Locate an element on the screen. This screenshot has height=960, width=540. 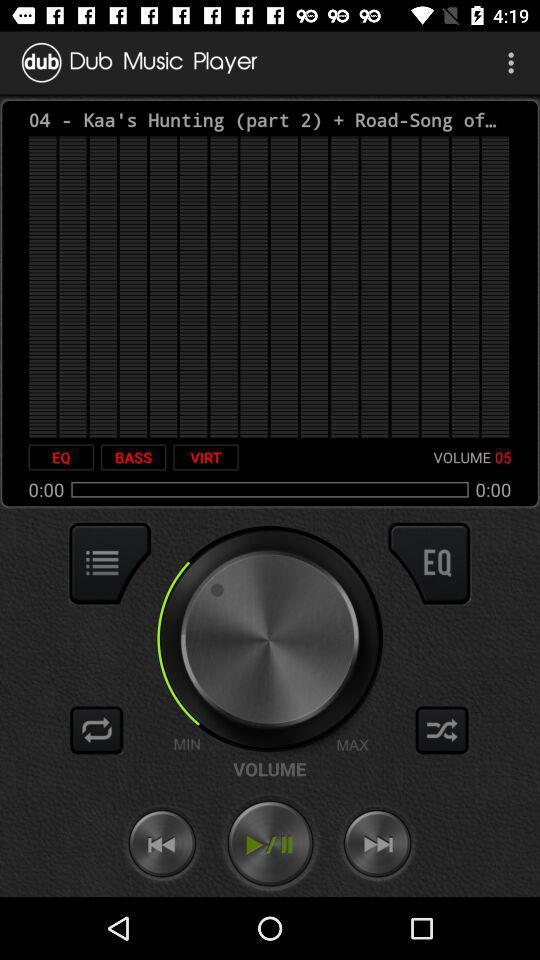
open main menu is located at coordinates (110, 563).